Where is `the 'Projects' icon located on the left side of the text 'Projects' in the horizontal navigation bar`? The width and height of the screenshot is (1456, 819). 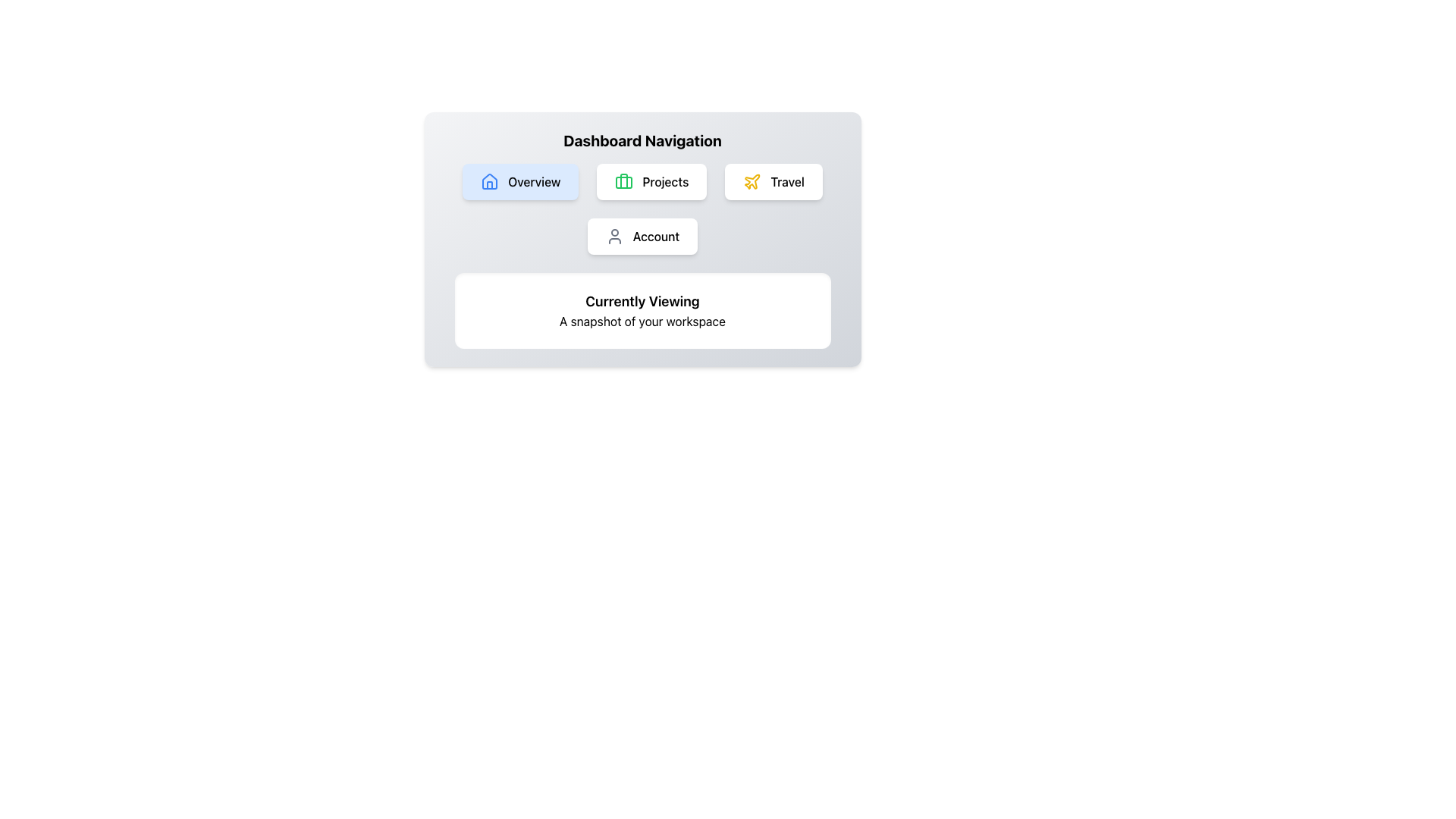 the 'Projects' icon located on the left side of the text 'Projects' in the horizontal navigation bar is located at coordinates (624, 180).